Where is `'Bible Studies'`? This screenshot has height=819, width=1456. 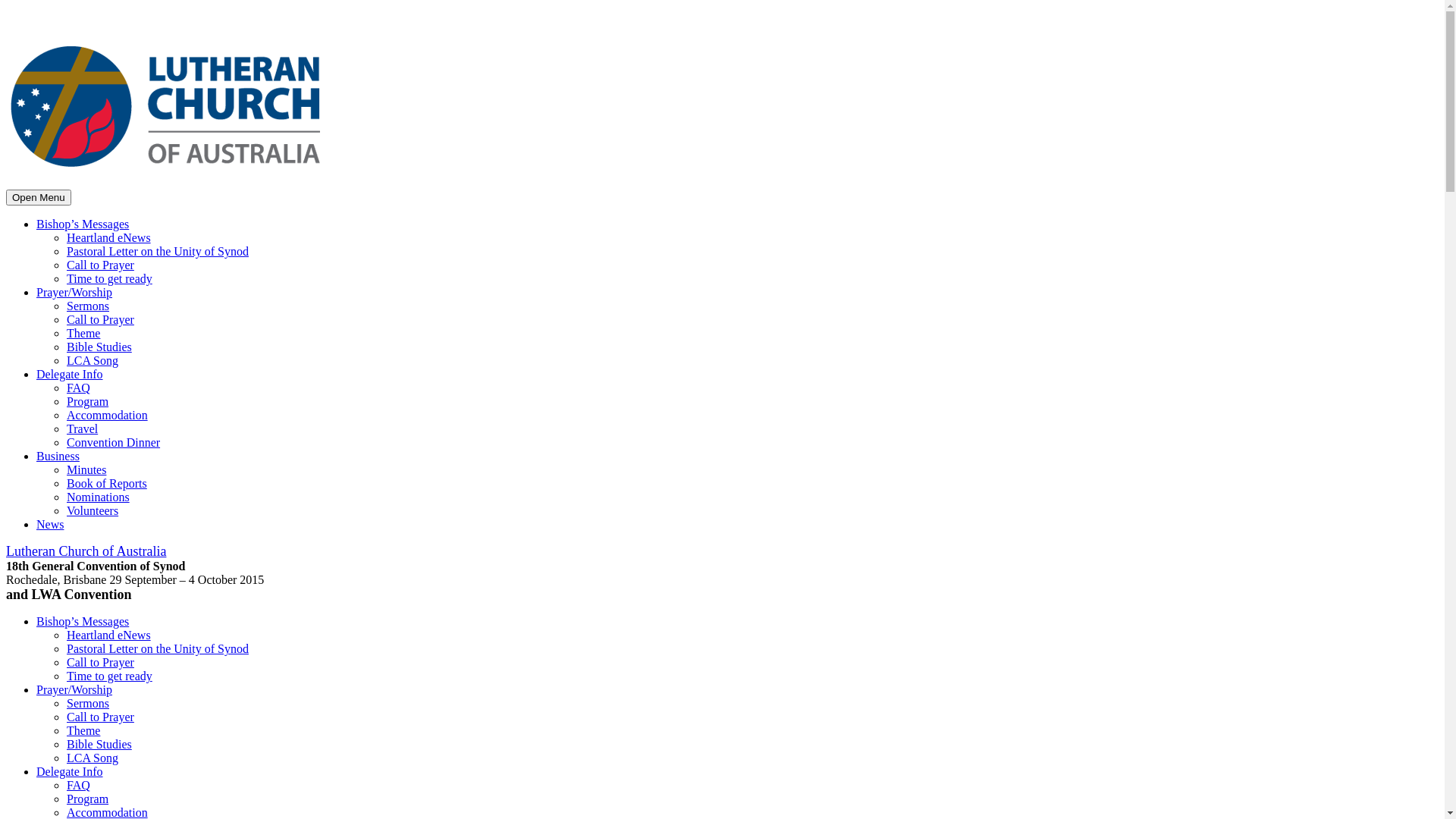 'Bible Studies' is located at coordinates (65, 743).